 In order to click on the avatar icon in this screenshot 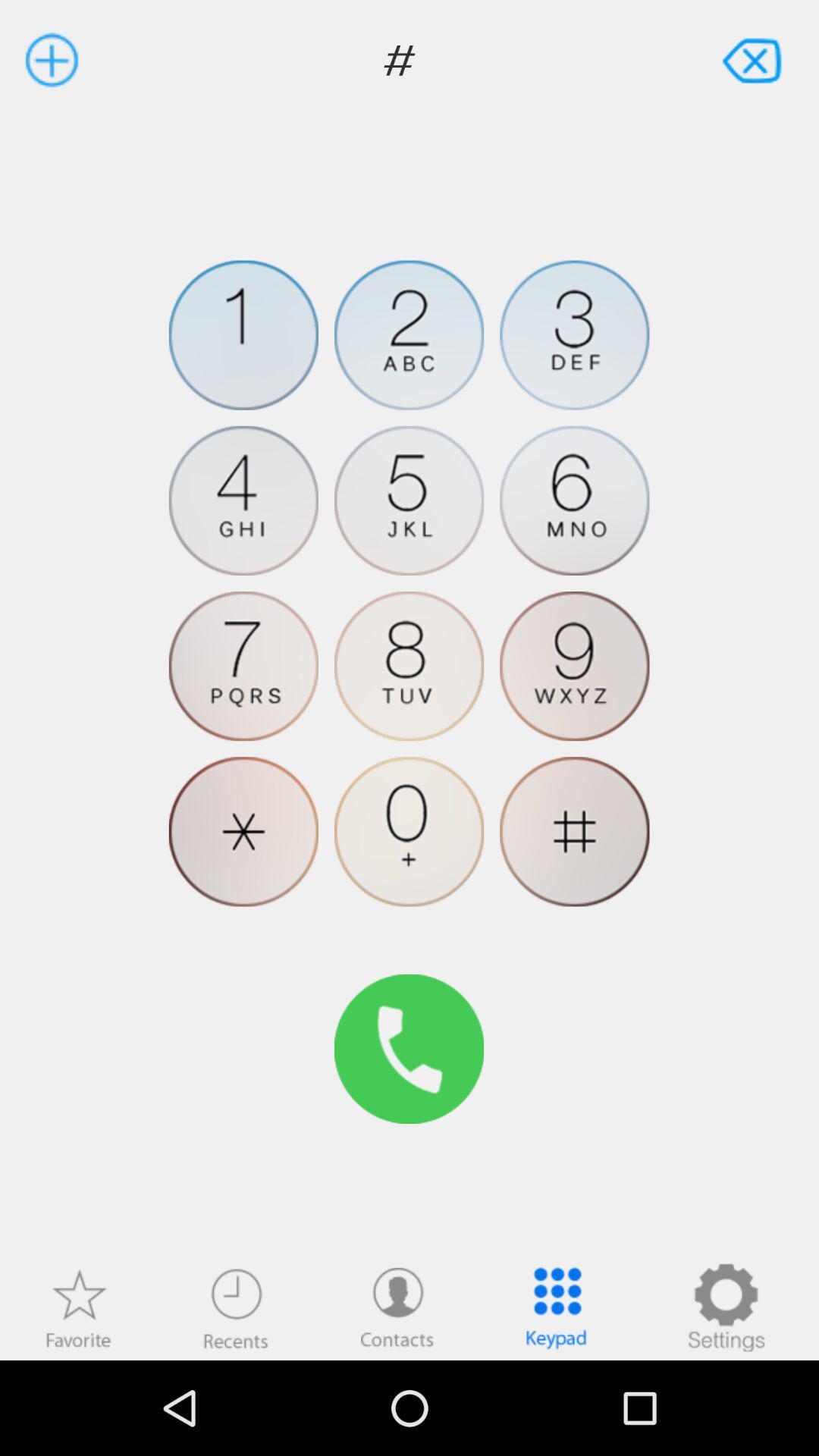, I will do `click(397, 1398)`.